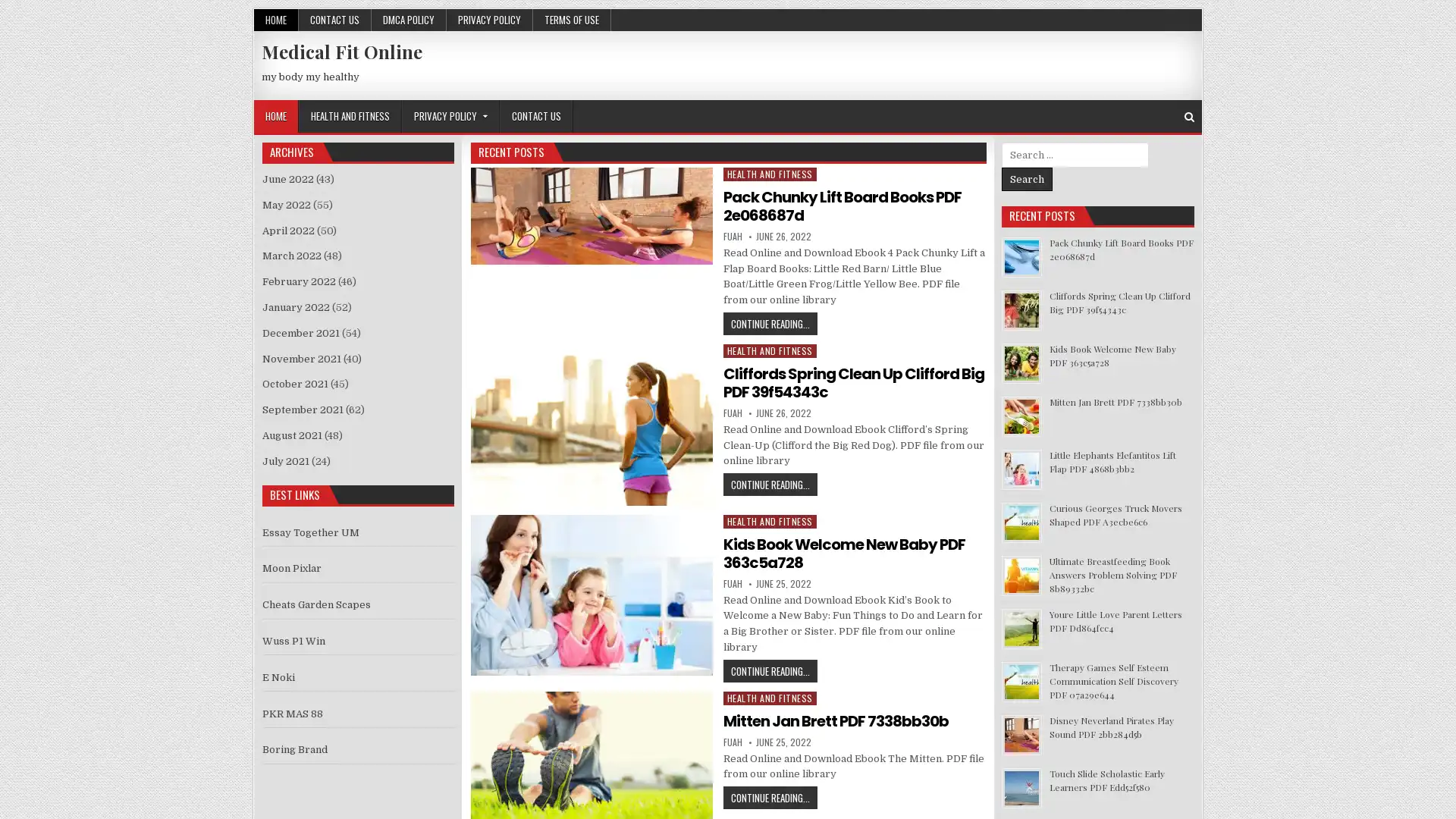  Describe the element at coordinates (1027, 178) in the screenshot. I see `Search` at that location.